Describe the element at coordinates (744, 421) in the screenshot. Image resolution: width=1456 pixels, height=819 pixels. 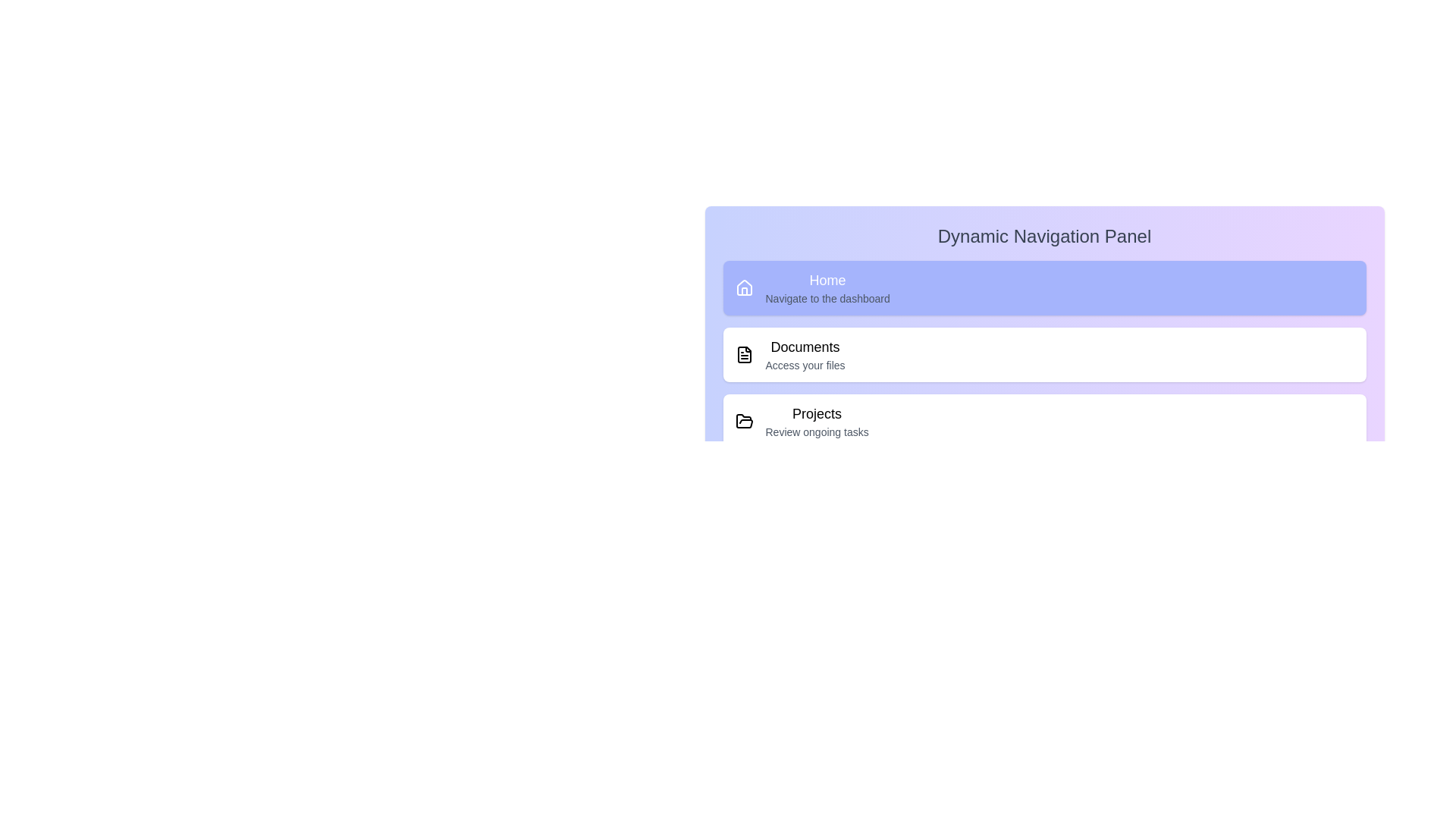
I see `the icon corresponding to Projects` at that location.